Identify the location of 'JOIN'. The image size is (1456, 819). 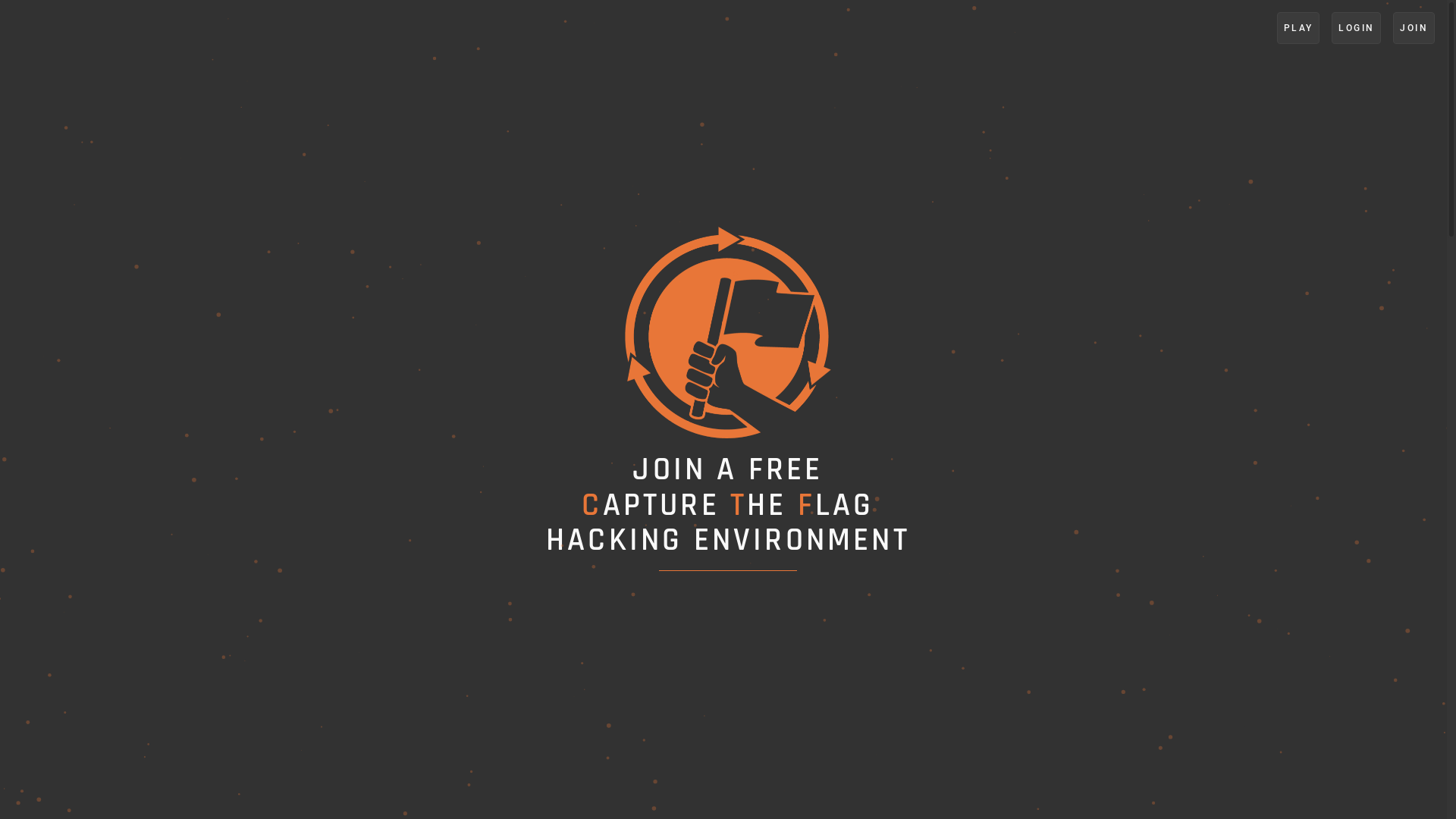
(1413, 28).